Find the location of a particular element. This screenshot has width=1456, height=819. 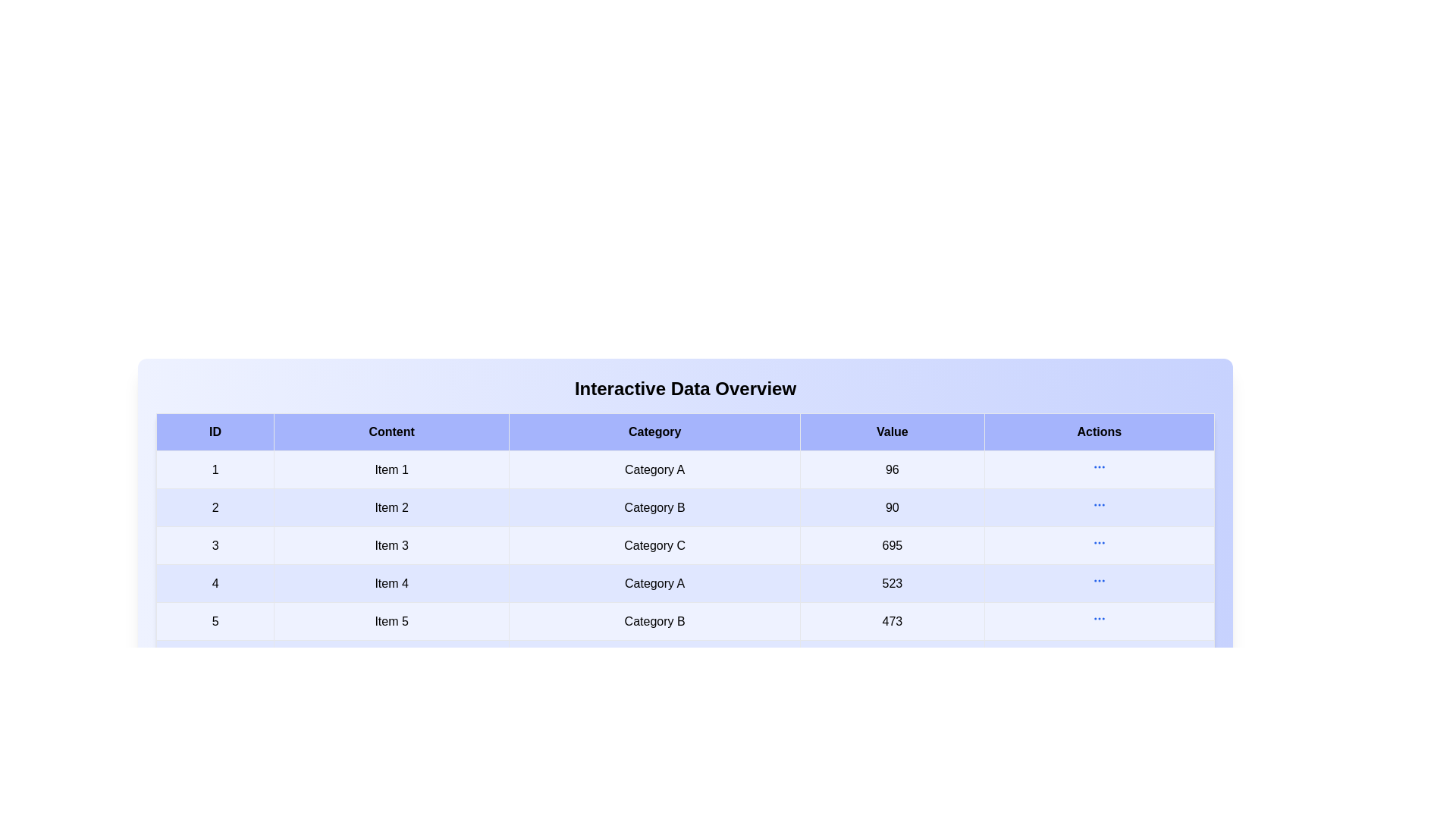

action button in row 4 to view additional details is located at coordinates (1099, 580).